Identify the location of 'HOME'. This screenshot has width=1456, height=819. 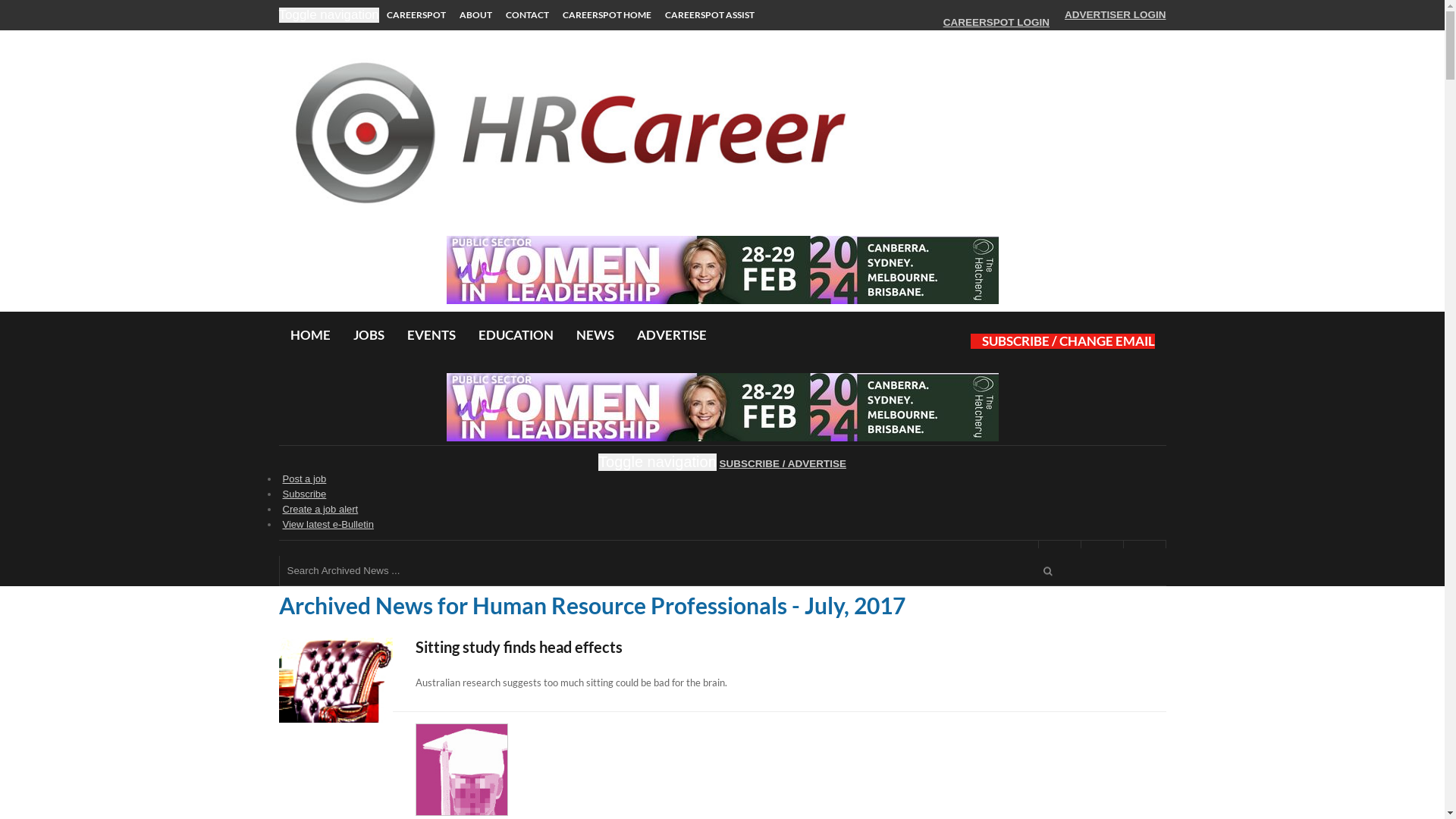
(309, 334).